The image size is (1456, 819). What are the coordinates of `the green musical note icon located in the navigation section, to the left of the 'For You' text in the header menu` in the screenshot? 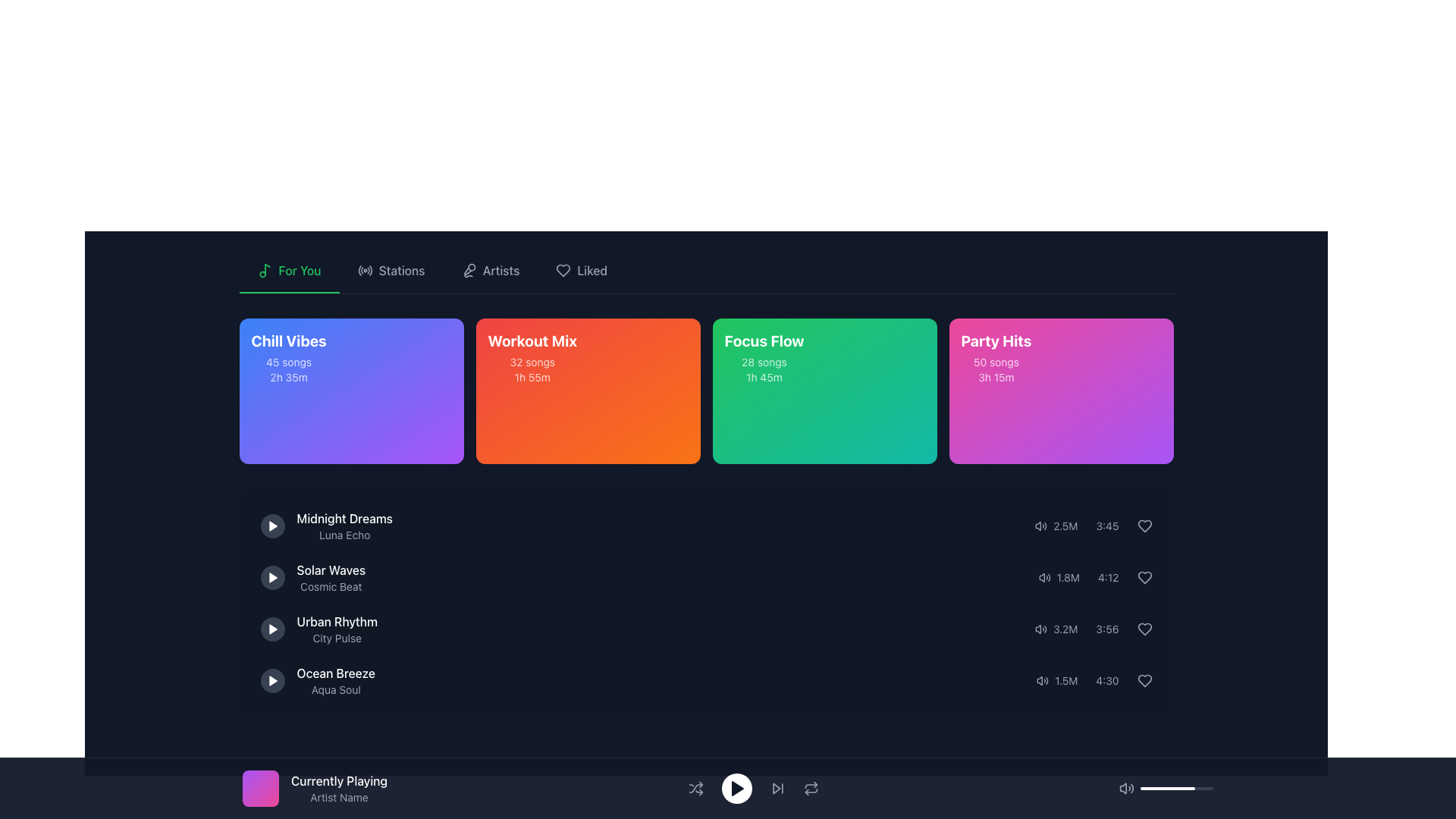 It's located at (265, 270).